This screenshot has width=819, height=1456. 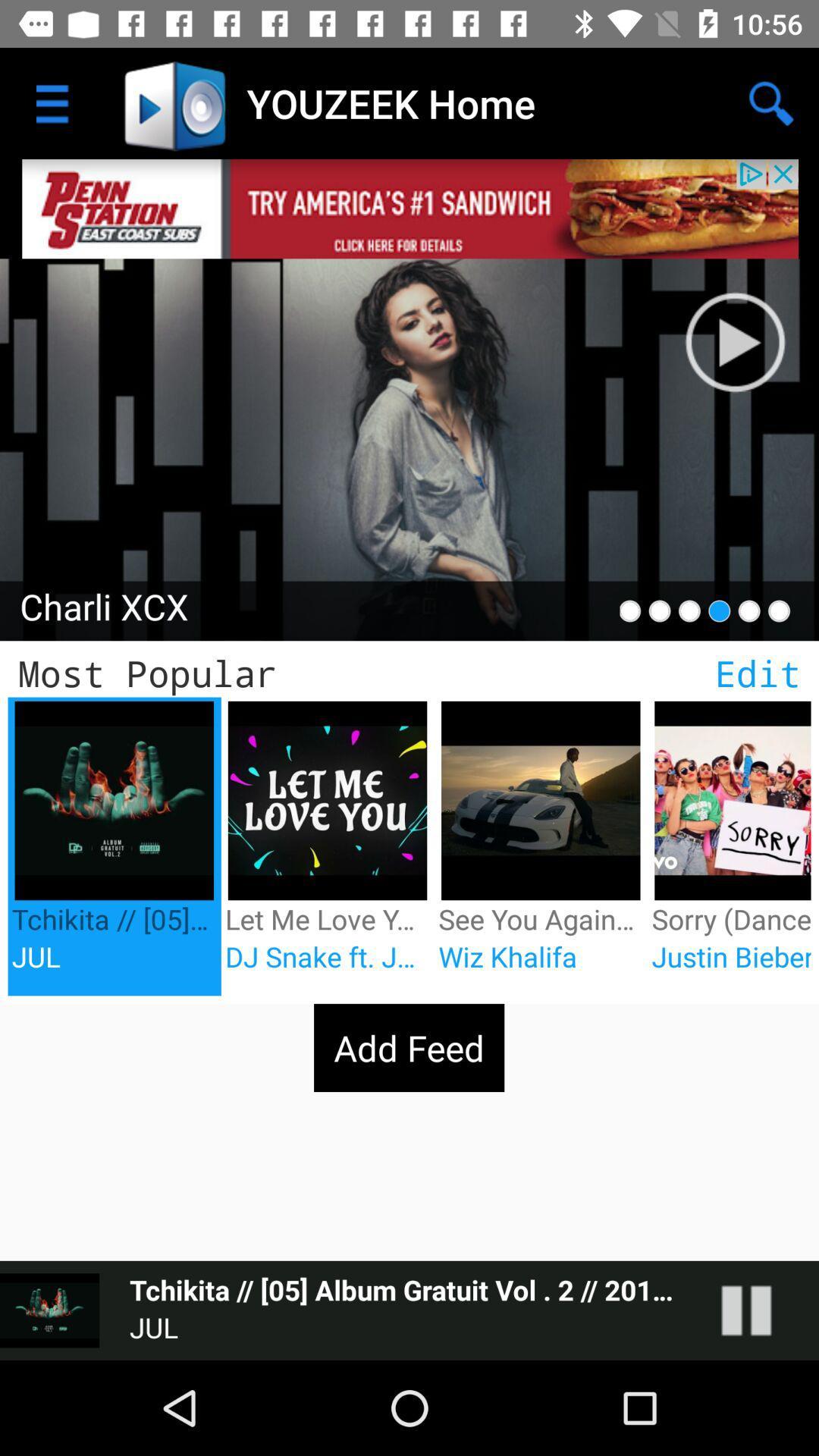 What do you see at coordinates (751, 325) in the screenshot?
I see `the play icon` at bounding box center [751, 325].